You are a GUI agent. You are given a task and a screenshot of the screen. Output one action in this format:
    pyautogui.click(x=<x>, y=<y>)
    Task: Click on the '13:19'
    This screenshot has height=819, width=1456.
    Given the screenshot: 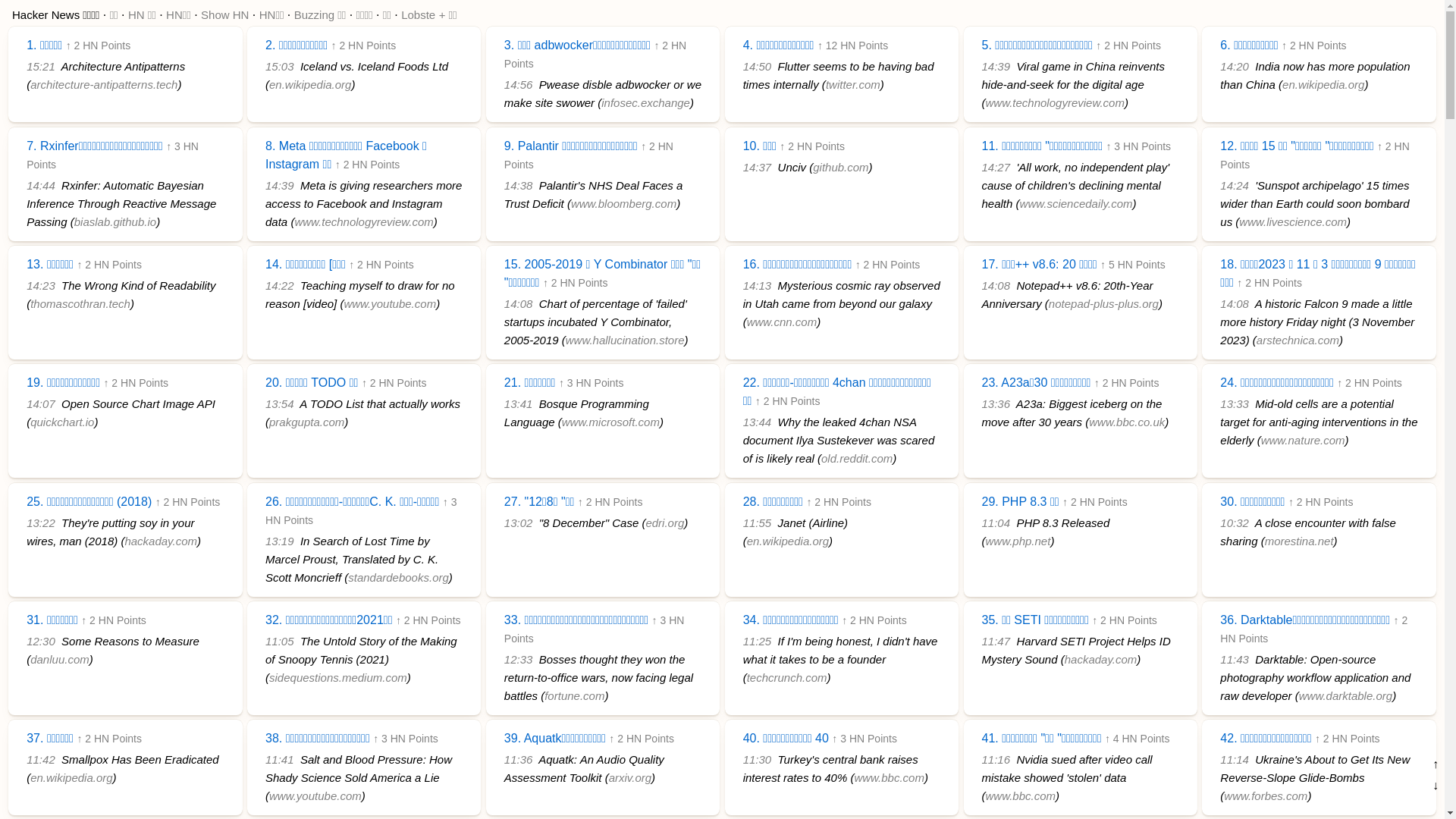 What is the action you would take?
    pyautogui.click(x=280, y=540)
    